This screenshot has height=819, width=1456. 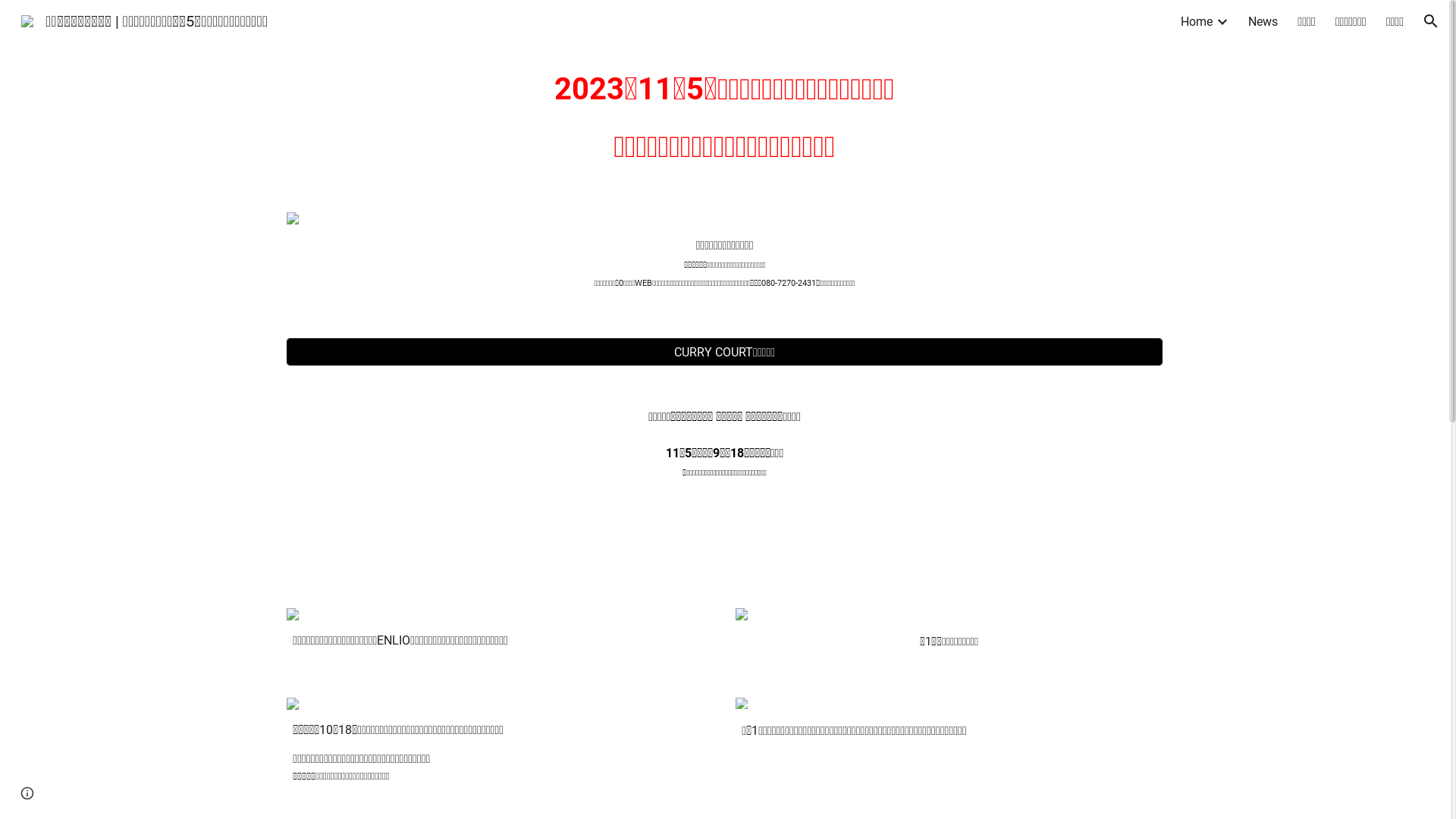 I want to click on 'Home', so click(x=1179, y=20).